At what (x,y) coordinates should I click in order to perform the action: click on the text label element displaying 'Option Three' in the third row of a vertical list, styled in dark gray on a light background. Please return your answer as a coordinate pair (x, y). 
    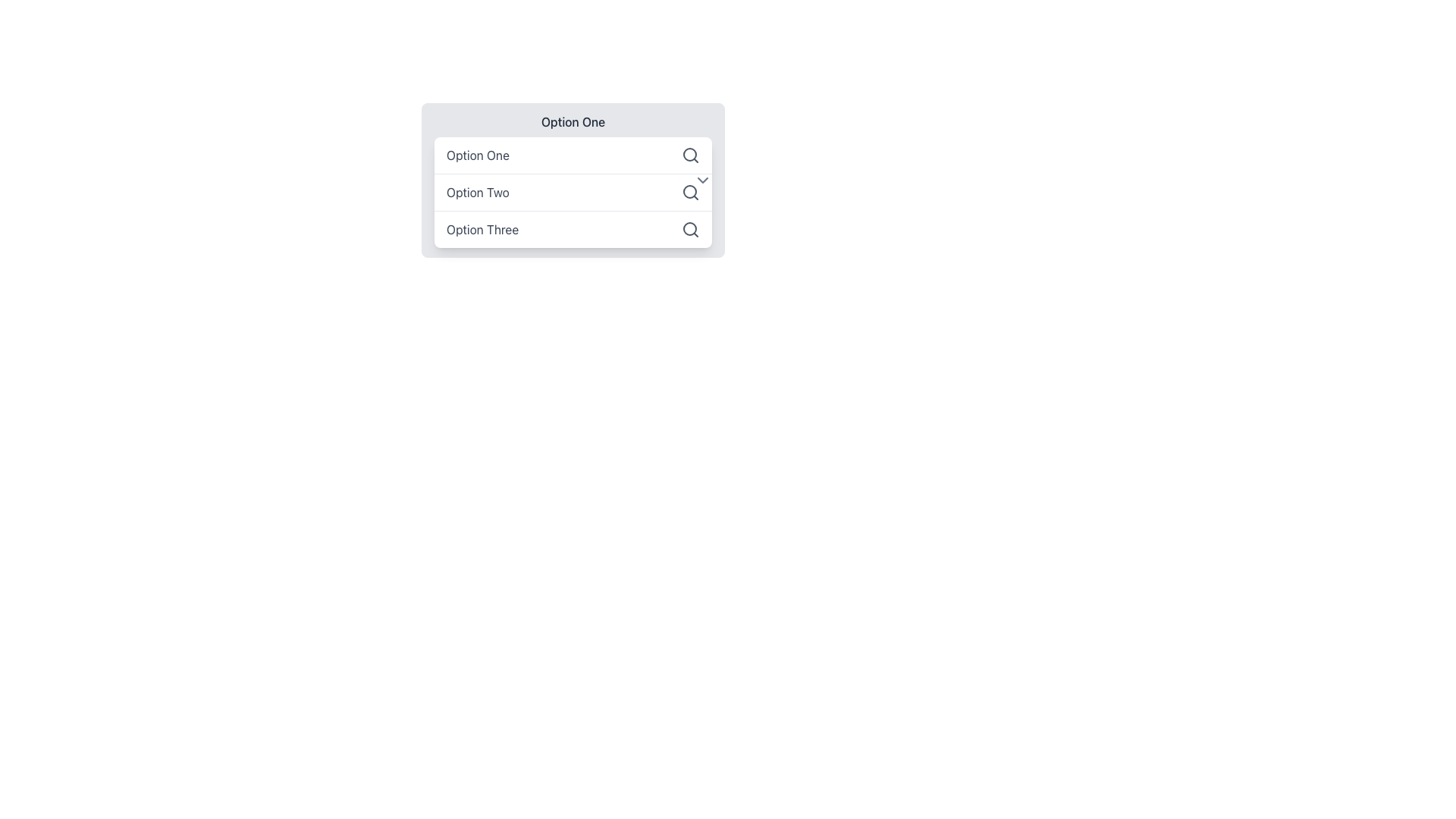
    Looking at the image, I should click on (482, 230).